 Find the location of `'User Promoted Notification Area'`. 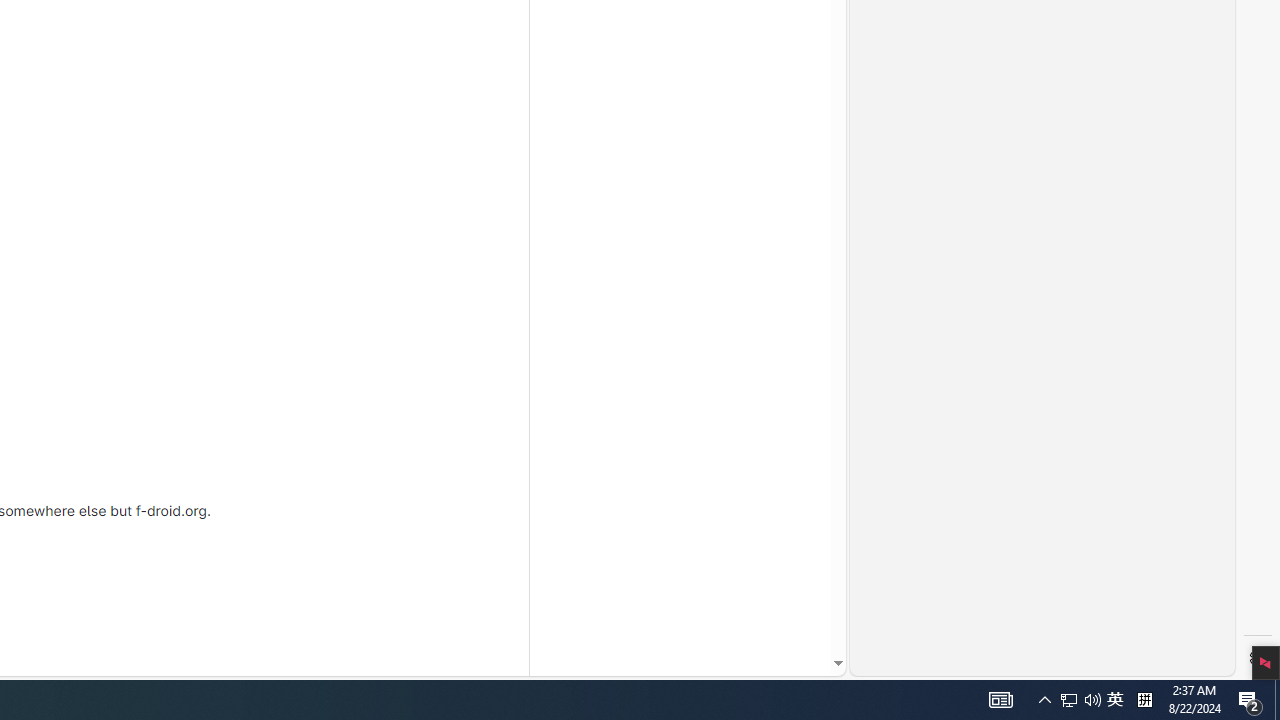

'User Promoted Notification Area' is located at coordinates (1068, 698).